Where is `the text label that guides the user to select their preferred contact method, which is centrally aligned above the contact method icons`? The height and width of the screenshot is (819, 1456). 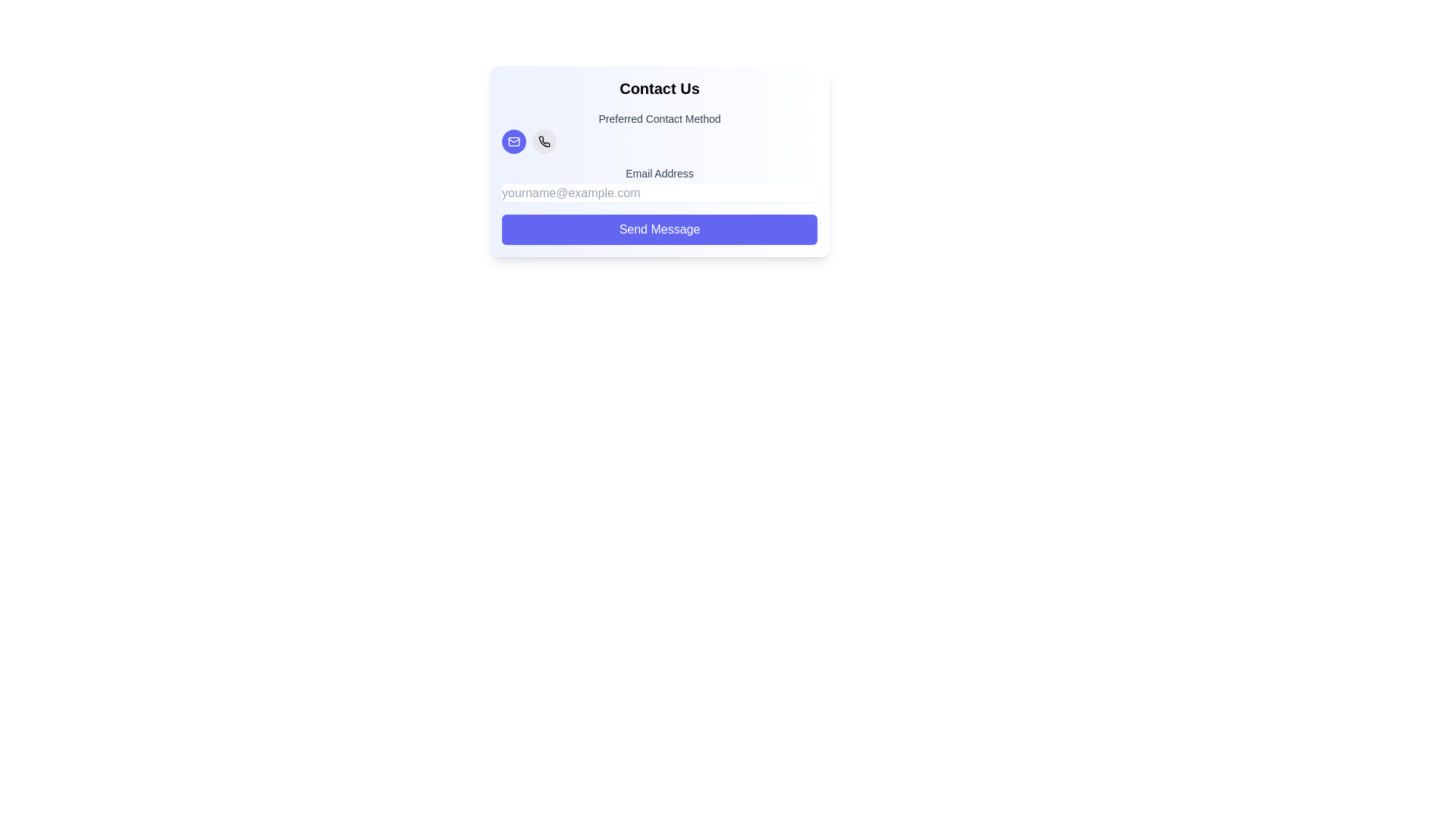
the text label that guides the user to select their preferred contact method, which is centrally aligned above the contact method icons is located at coordinates (659, 118).